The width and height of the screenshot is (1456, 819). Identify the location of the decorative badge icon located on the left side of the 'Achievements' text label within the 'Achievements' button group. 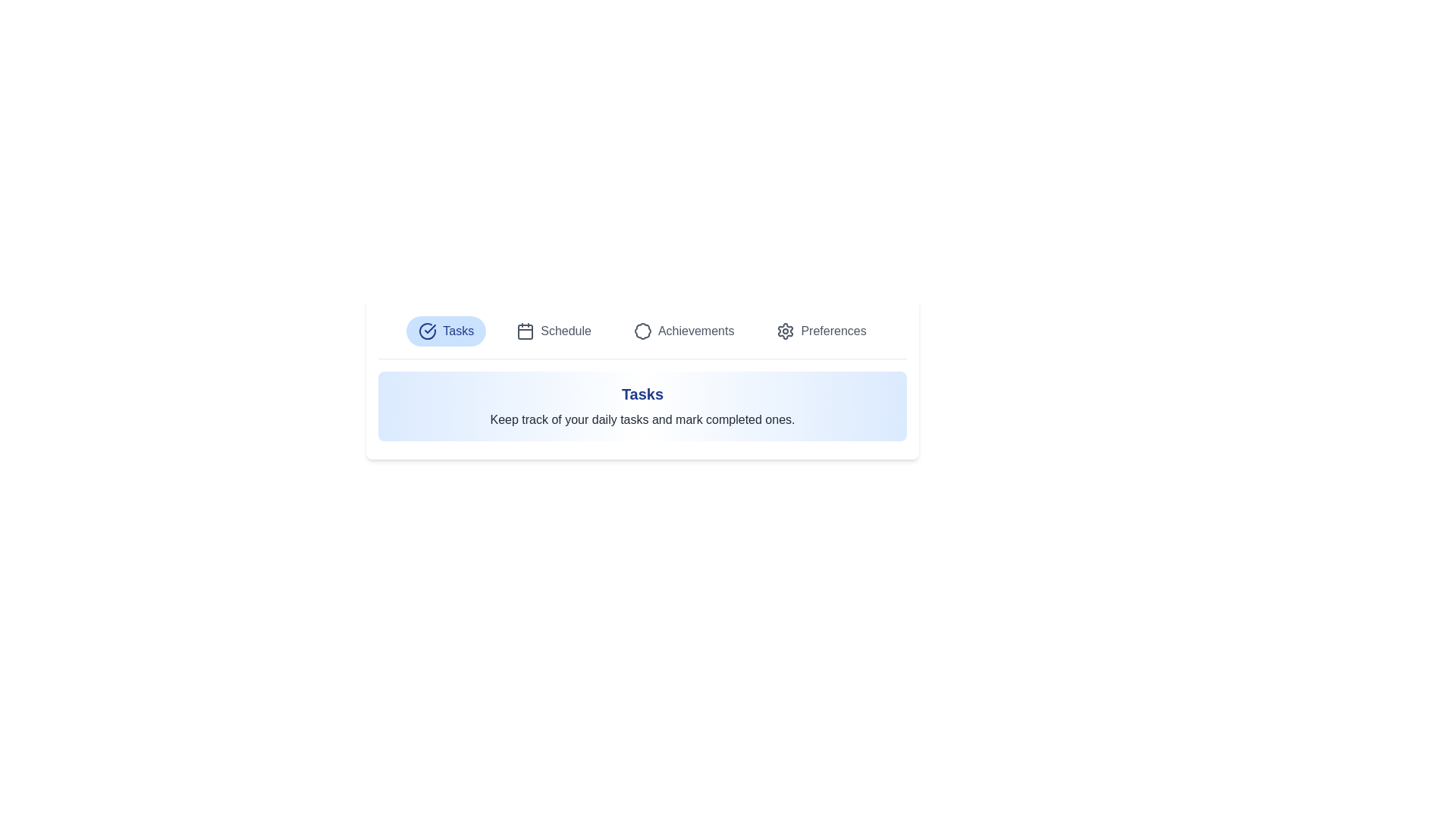
(642, 330).